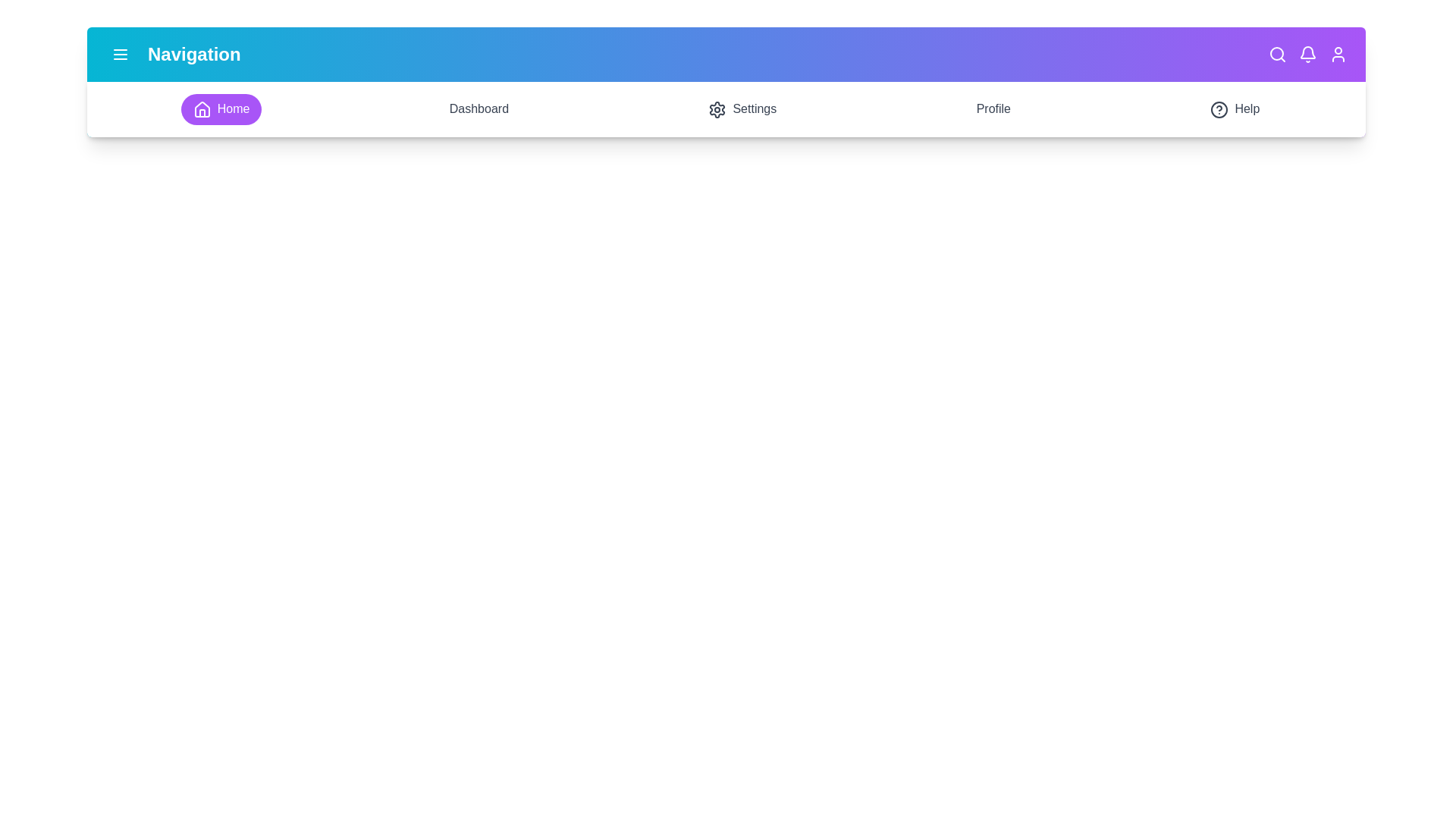 The width and height of the screenshot is (1456, 819). Describe the element at coordinates (193, 54) in the screenshot. I see `the navigation bar title` at that location.